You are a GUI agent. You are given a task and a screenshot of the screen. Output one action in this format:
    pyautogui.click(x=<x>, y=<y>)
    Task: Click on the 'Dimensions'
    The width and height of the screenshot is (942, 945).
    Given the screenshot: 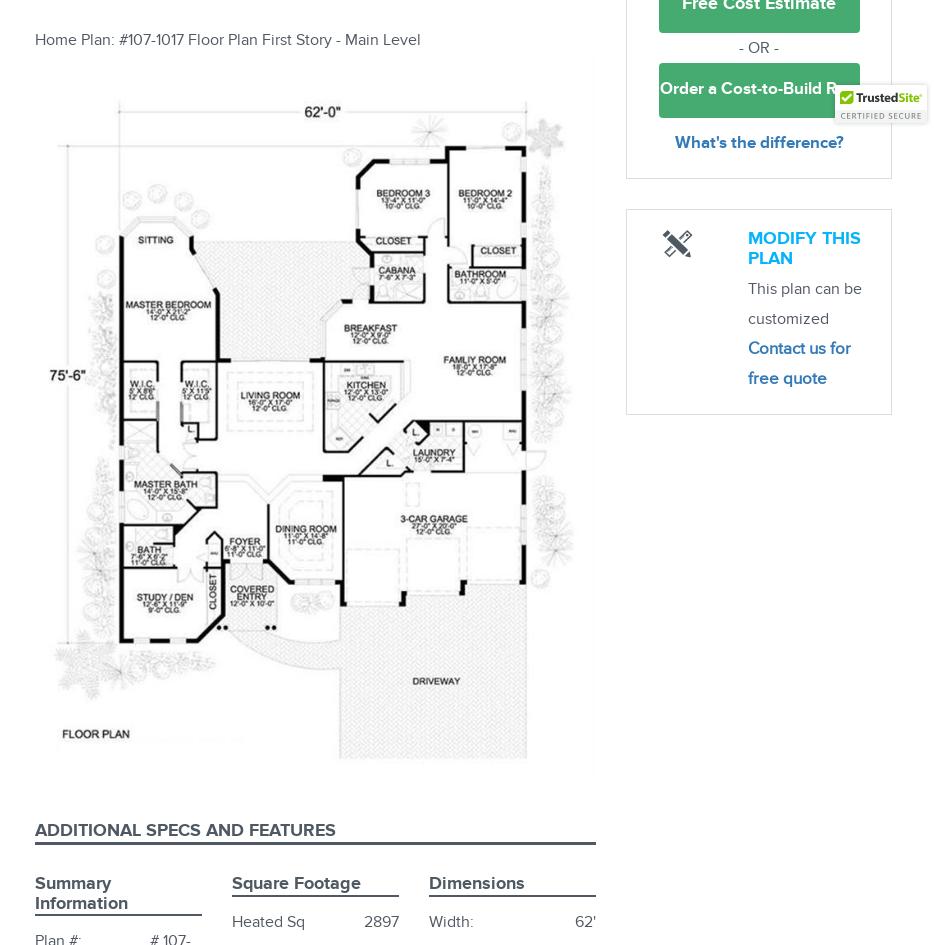 What is the action you would take?
    pyautogui.click(x=477, y=882)
    